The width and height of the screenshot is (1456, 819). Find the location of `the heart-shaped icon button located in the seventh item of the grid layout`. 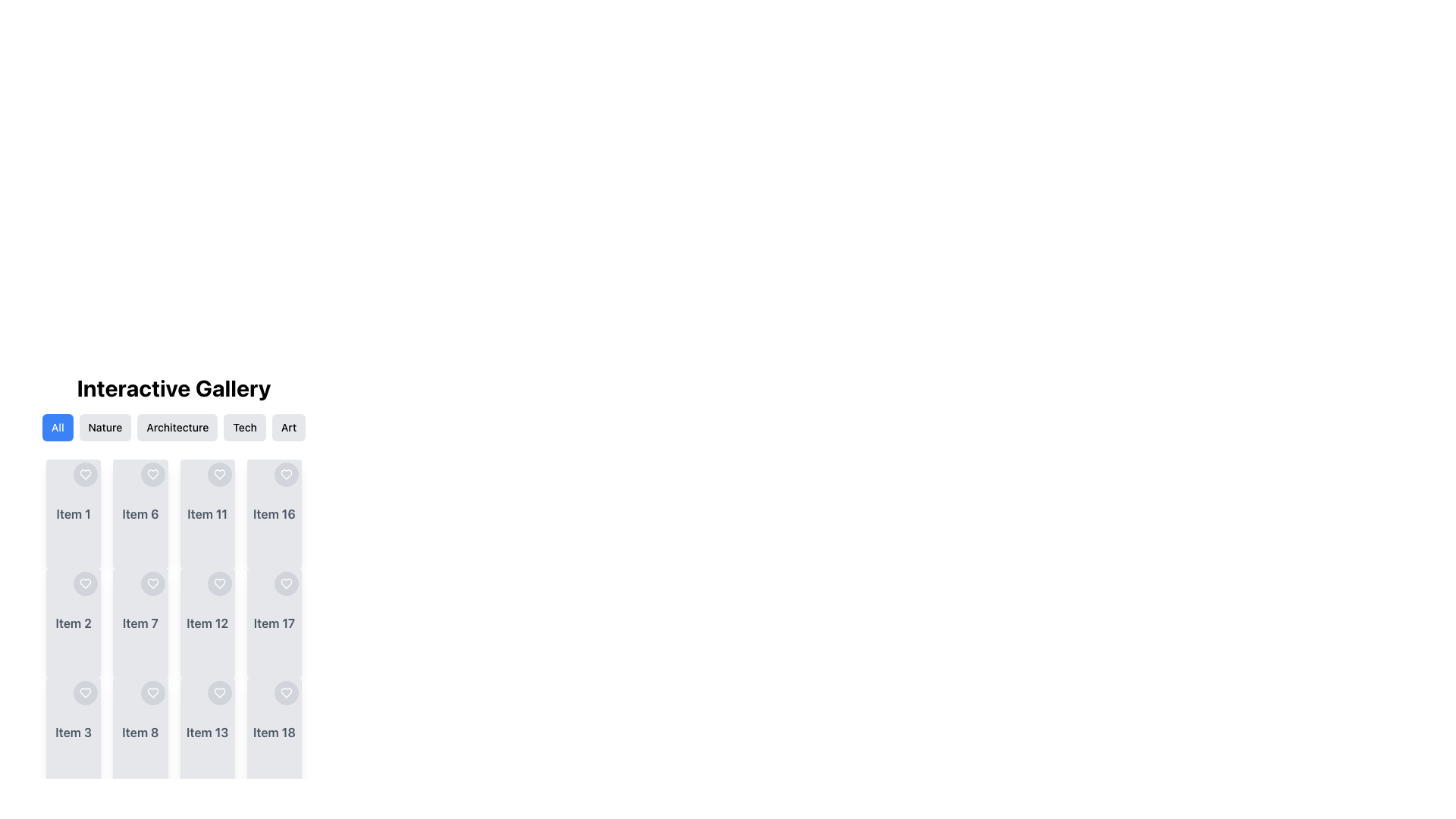

the heart-shaped icon button located in the seventh item of the grid layout is located at coordinates (152, 583).